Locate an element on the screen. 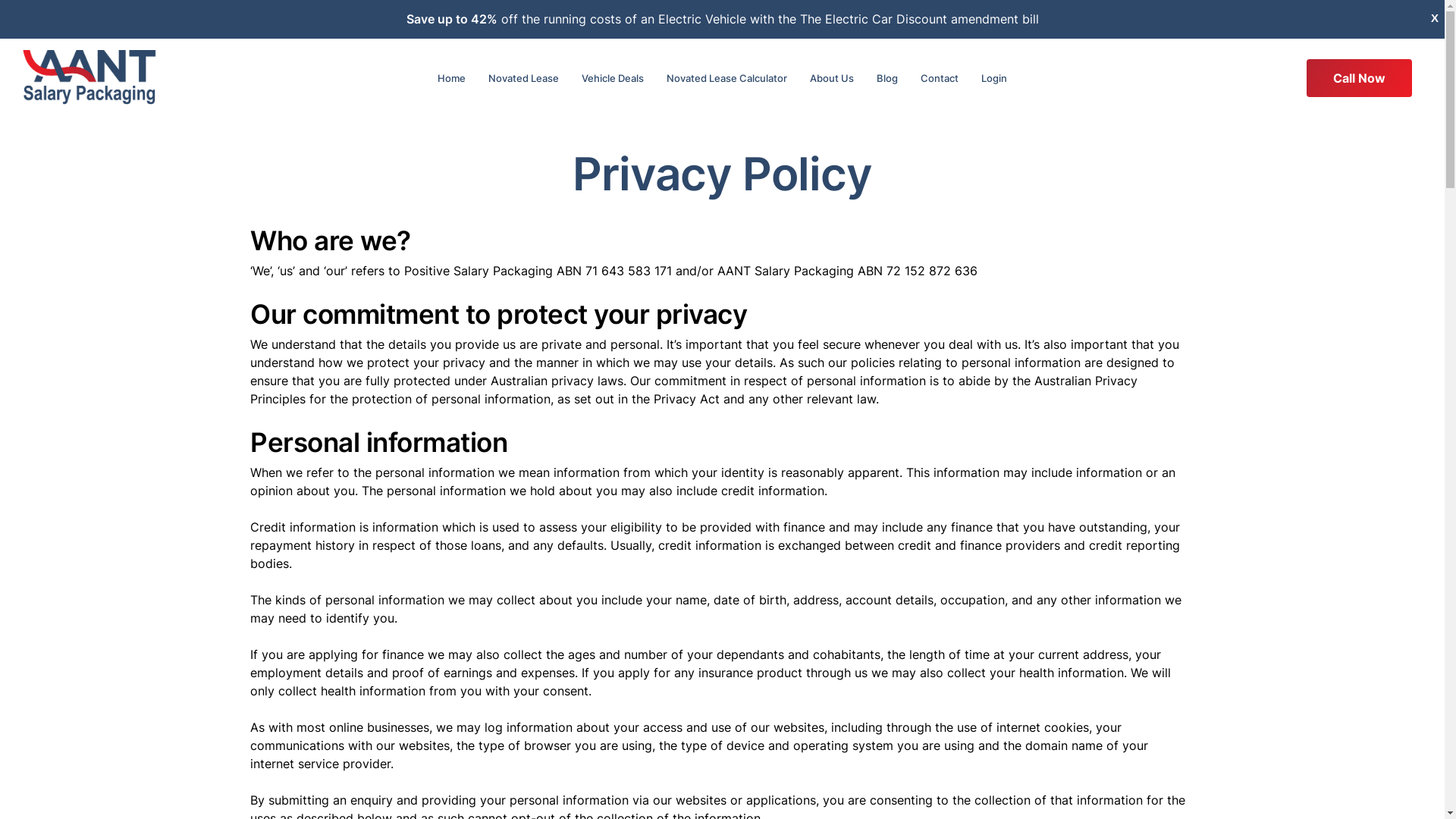  'Login' is located at coordinates (993, 78).